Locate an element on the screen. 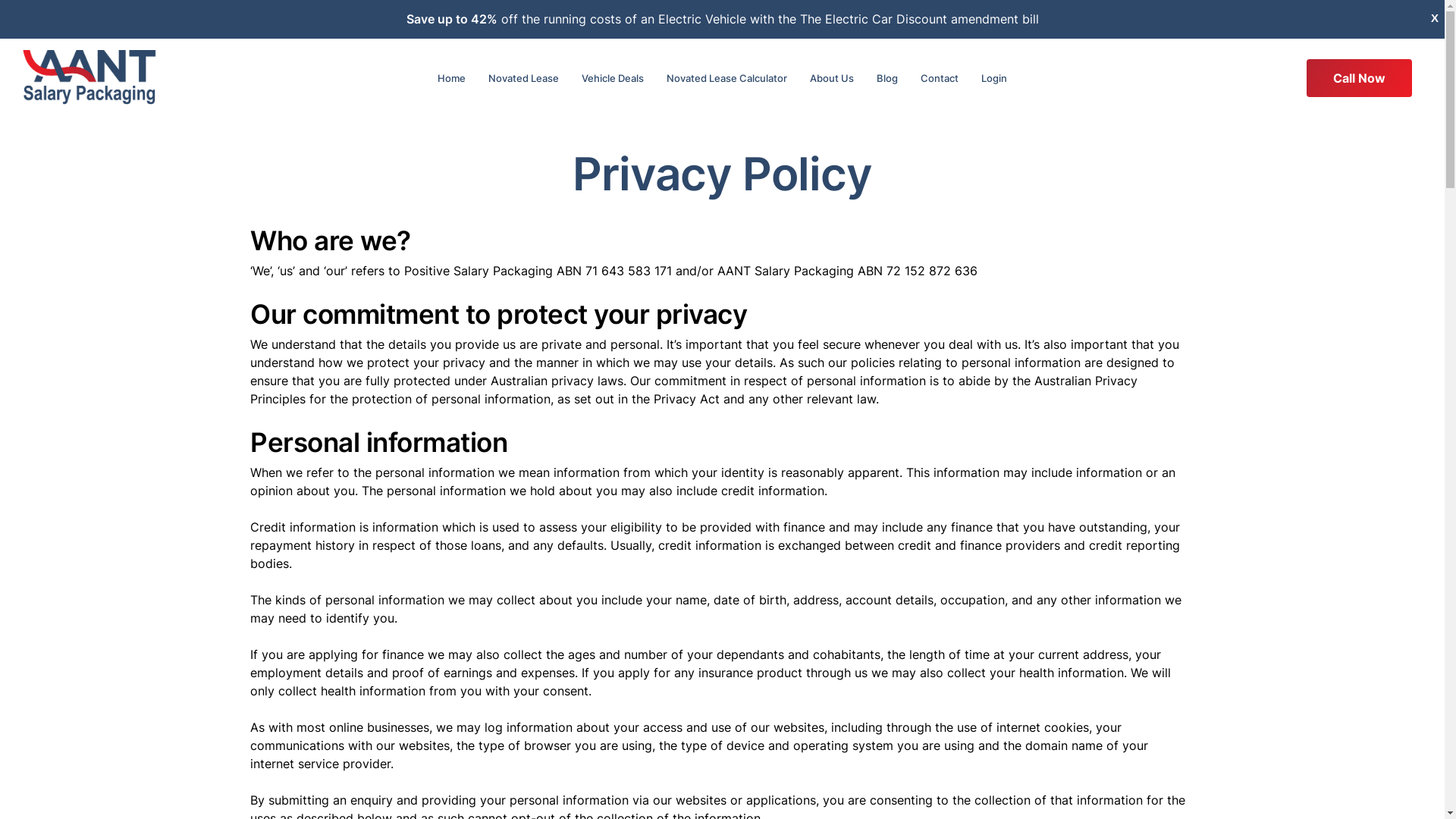  'Login' is located at coordinates (993, 78).